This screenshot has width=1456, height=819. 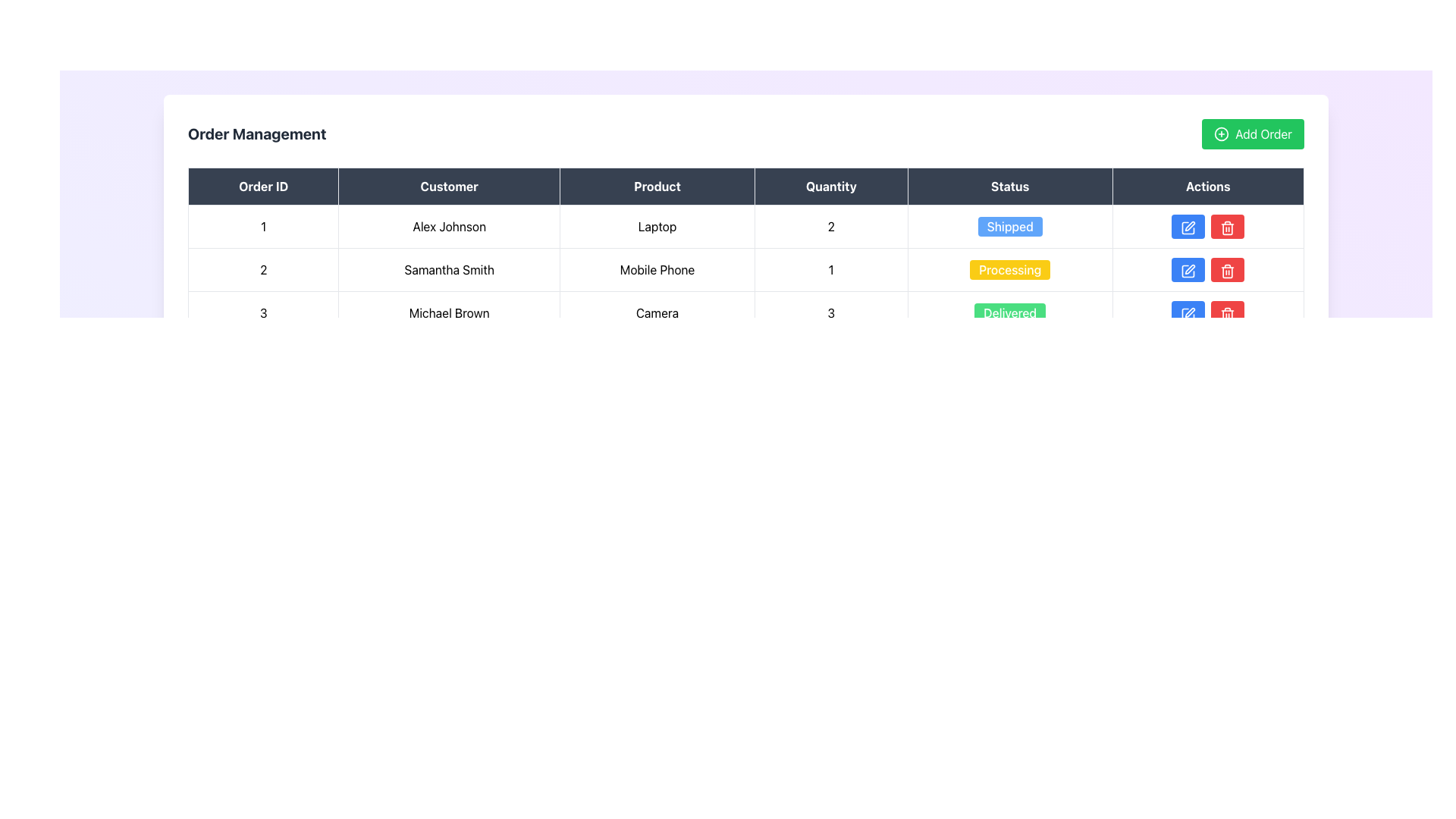 I want to click on the text label displaying 'Order Management', which is styled in bold, large dark gray text and positioned above the orders table in the upper-left corner of the interface, so click(x=257, y=133).